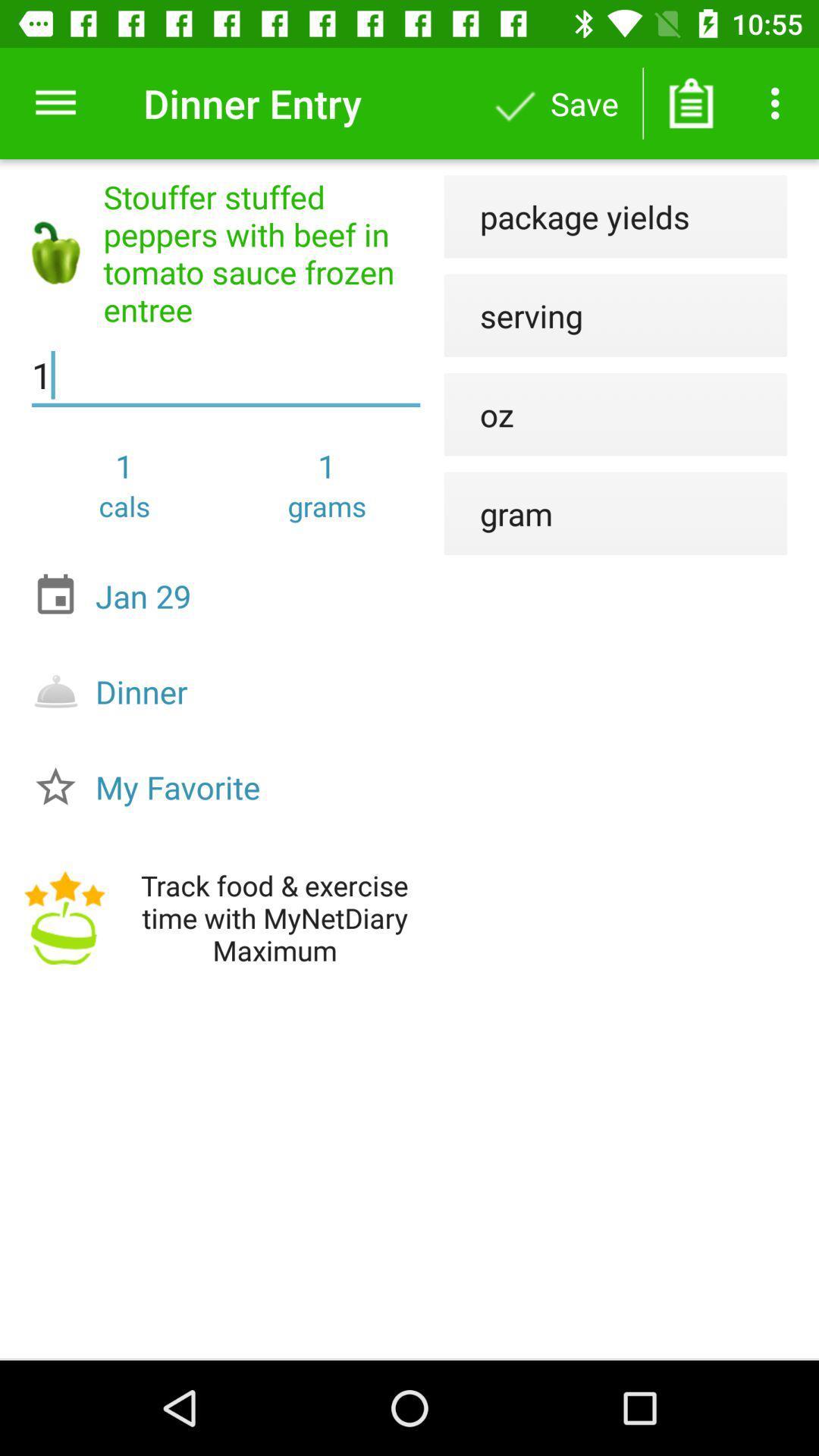 The width and height of the screenshot is (819, 1456). I want to click on the item above   package yields, so click(691, 102).